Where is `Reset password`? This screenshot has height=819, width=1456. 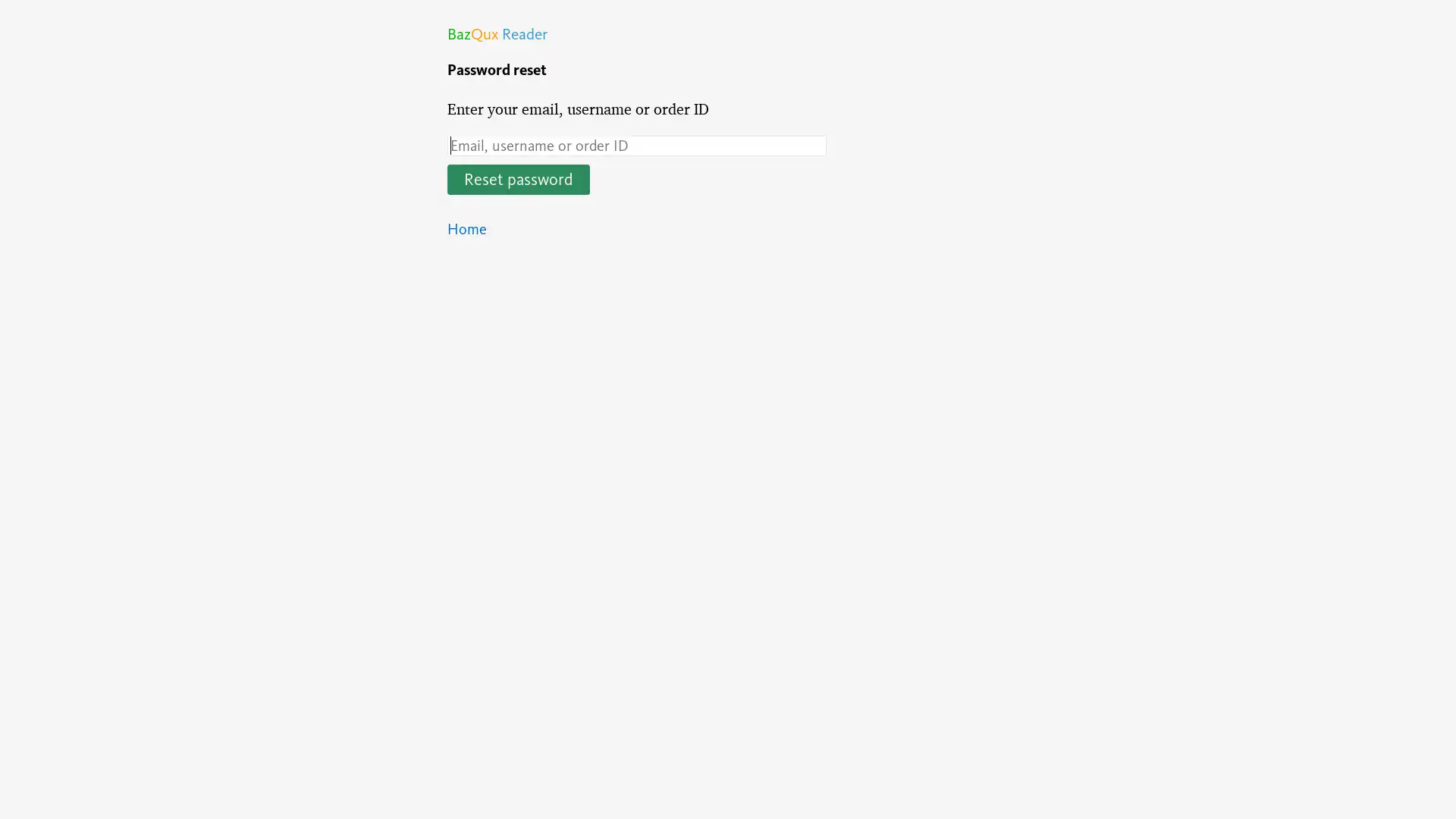
Reset password is located at coordinates (519, 178).